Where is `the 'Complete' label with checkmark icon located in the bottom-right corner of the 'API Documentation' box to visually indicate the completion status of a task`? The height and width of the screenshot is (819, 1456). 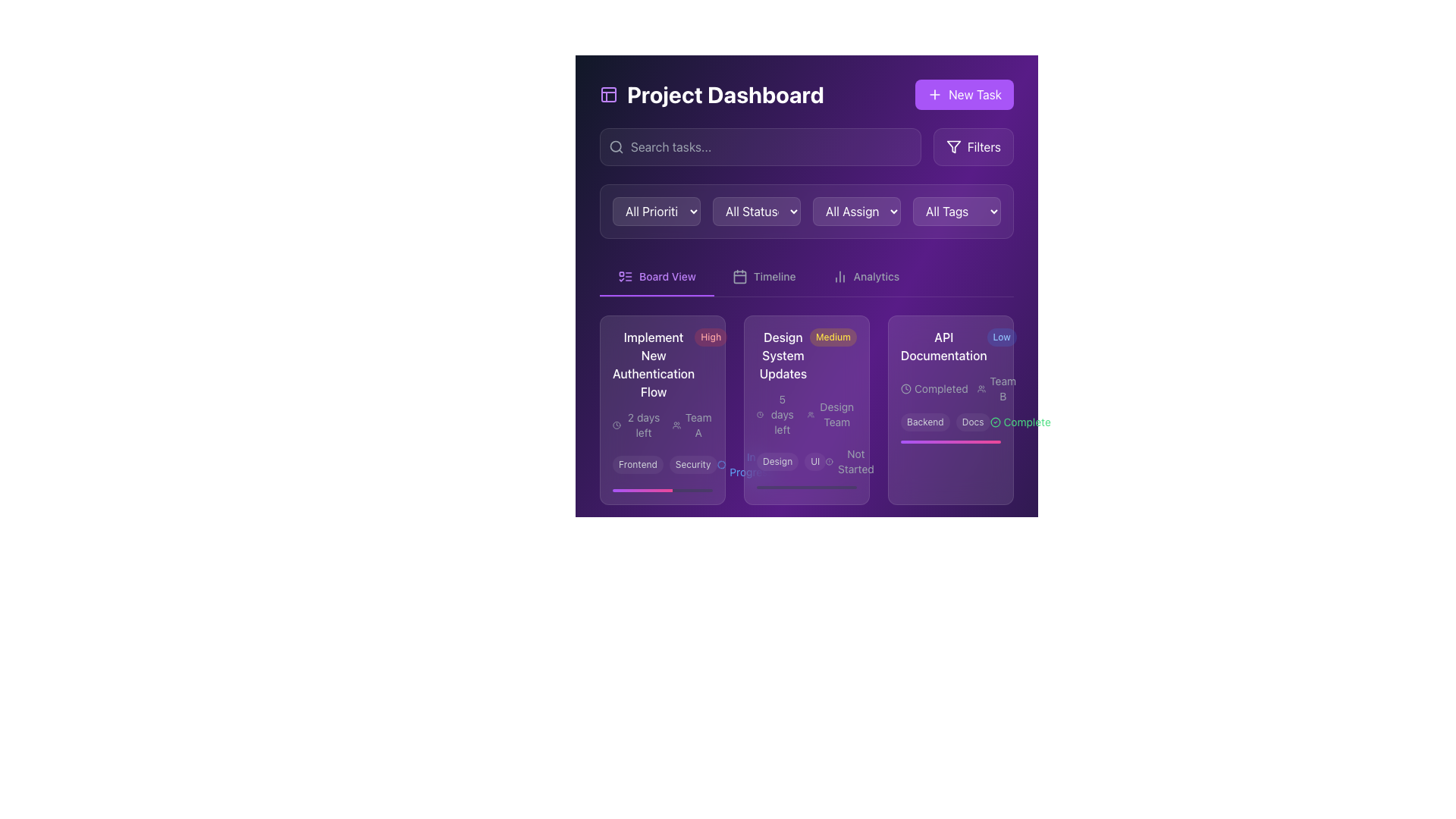
the 'Complete' label with checkmark icon located in the bottom-right corner of the 'API Documentation' box to visually indicate the completion status of a task is located at coordinates (1020, 422).